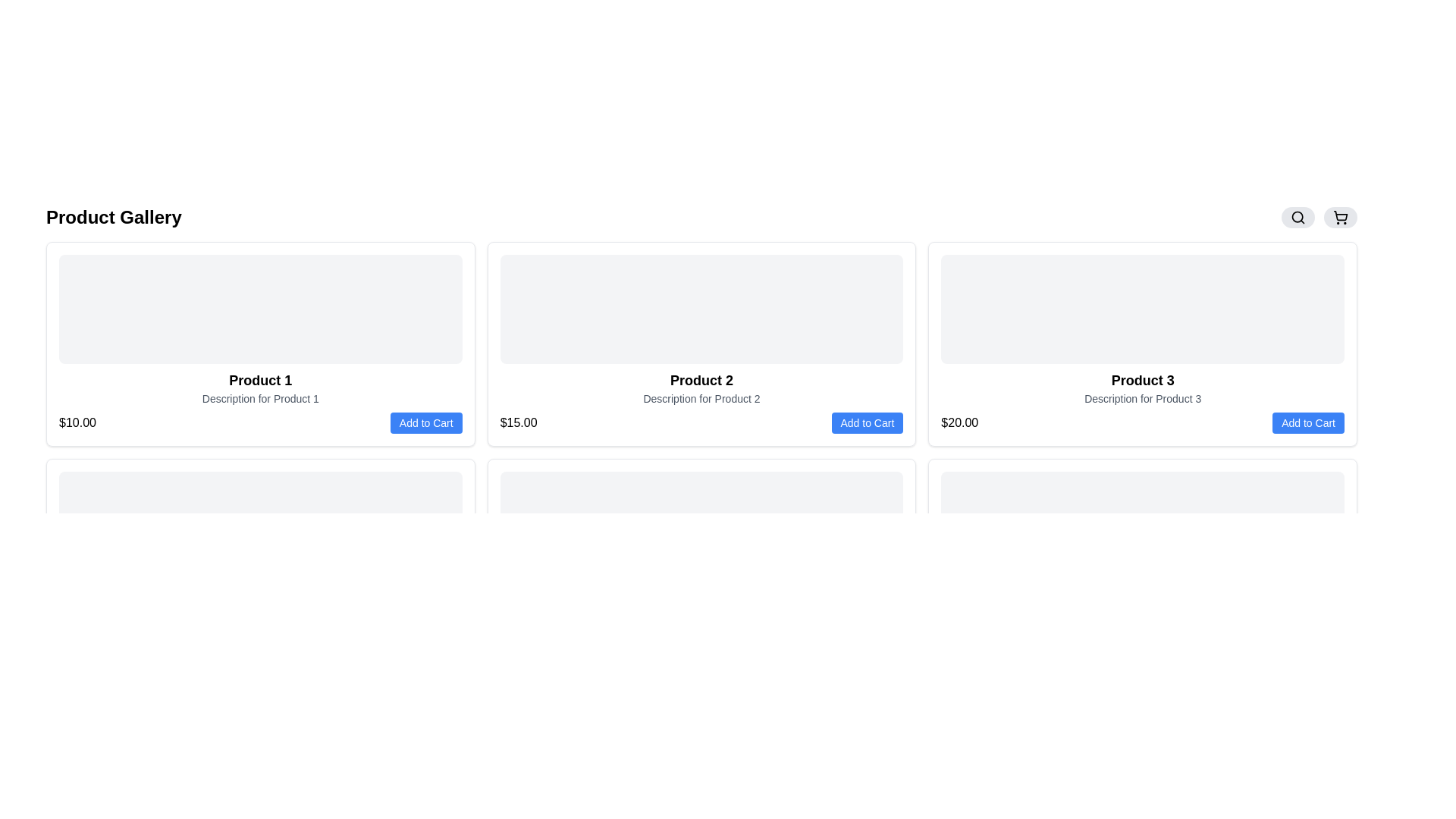 This screenshot has width=1456, height=819. Describe the element at coordinates (959, 423) in the screenshot. I see `price label text located below the 'Product 3' title and description, aligned to the left of the 'Add to Cart' button` at that location.